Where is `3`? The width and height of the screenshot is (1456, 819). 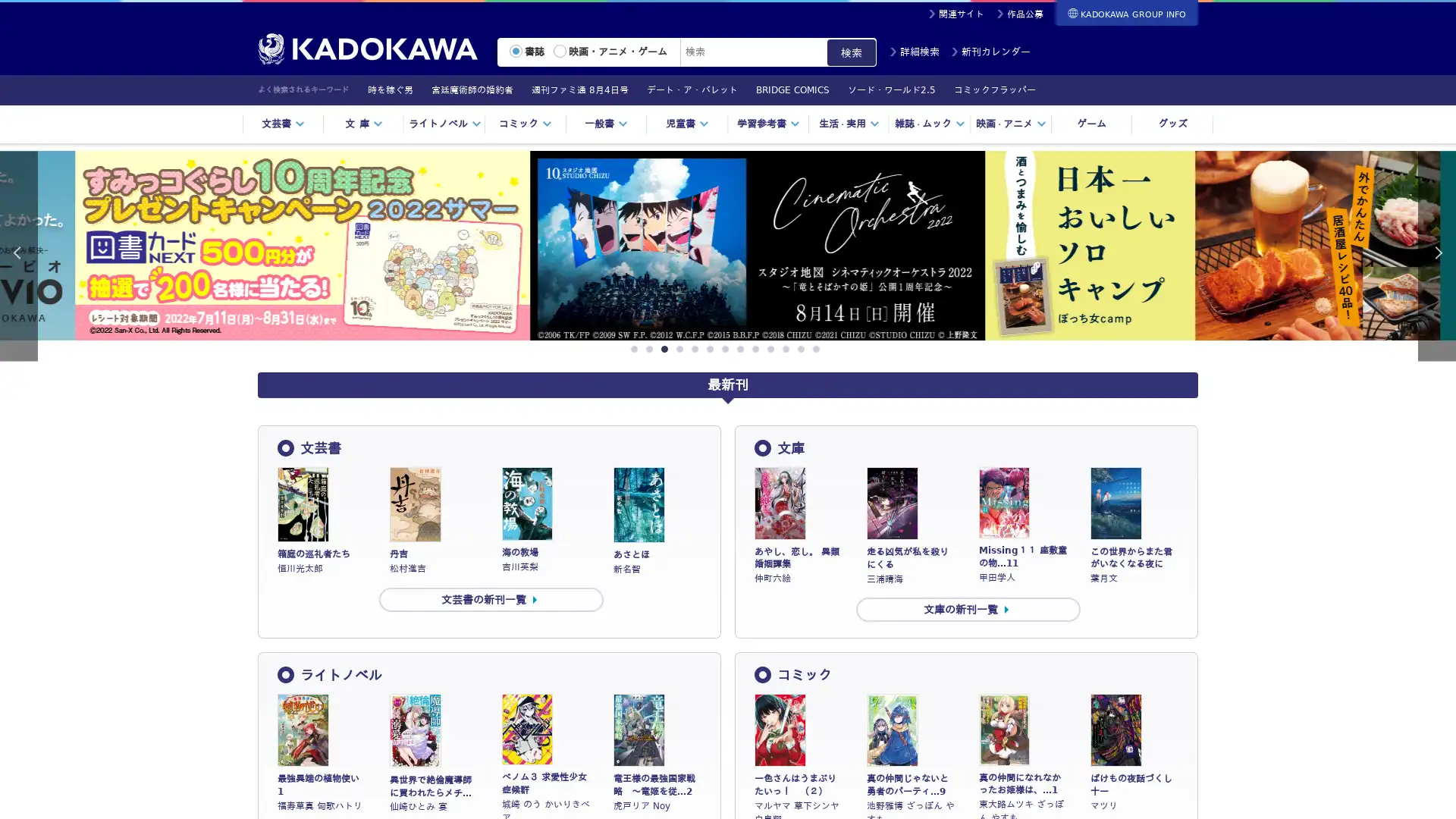 3 is located at coordinates (667, 350).